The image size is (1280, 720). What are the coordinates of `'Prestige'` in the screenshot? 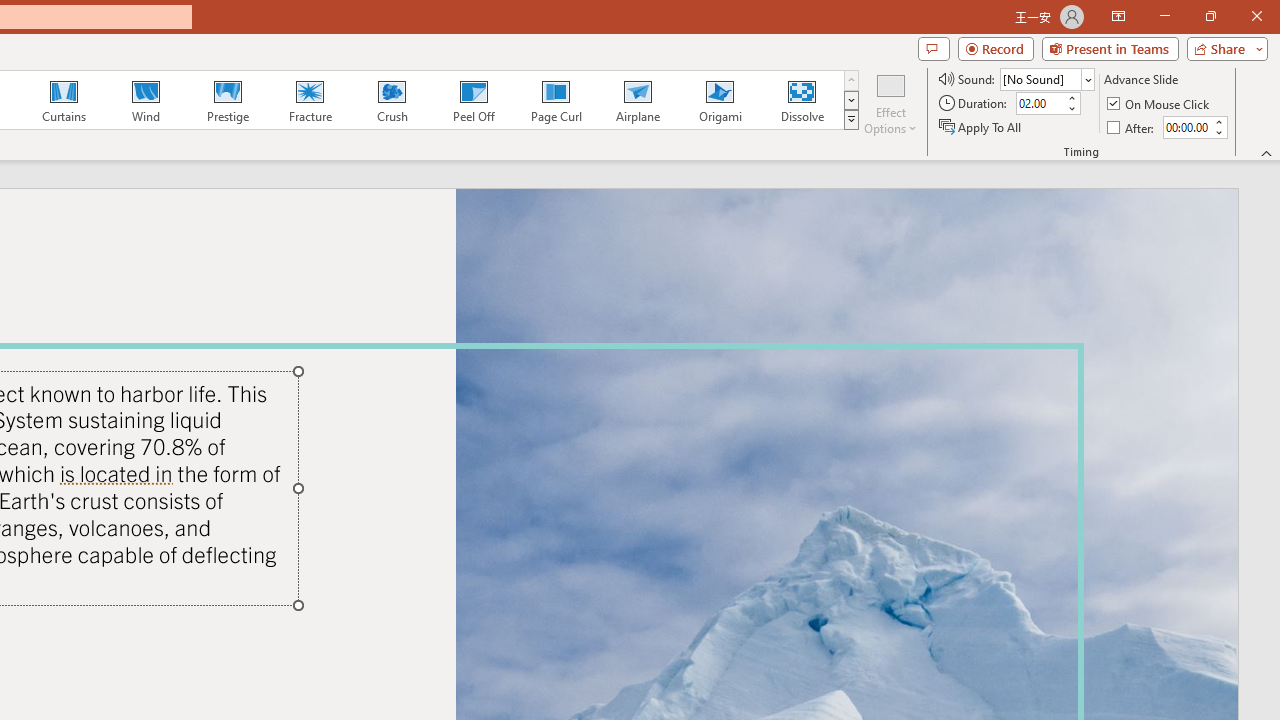 It's located at (227, 100).